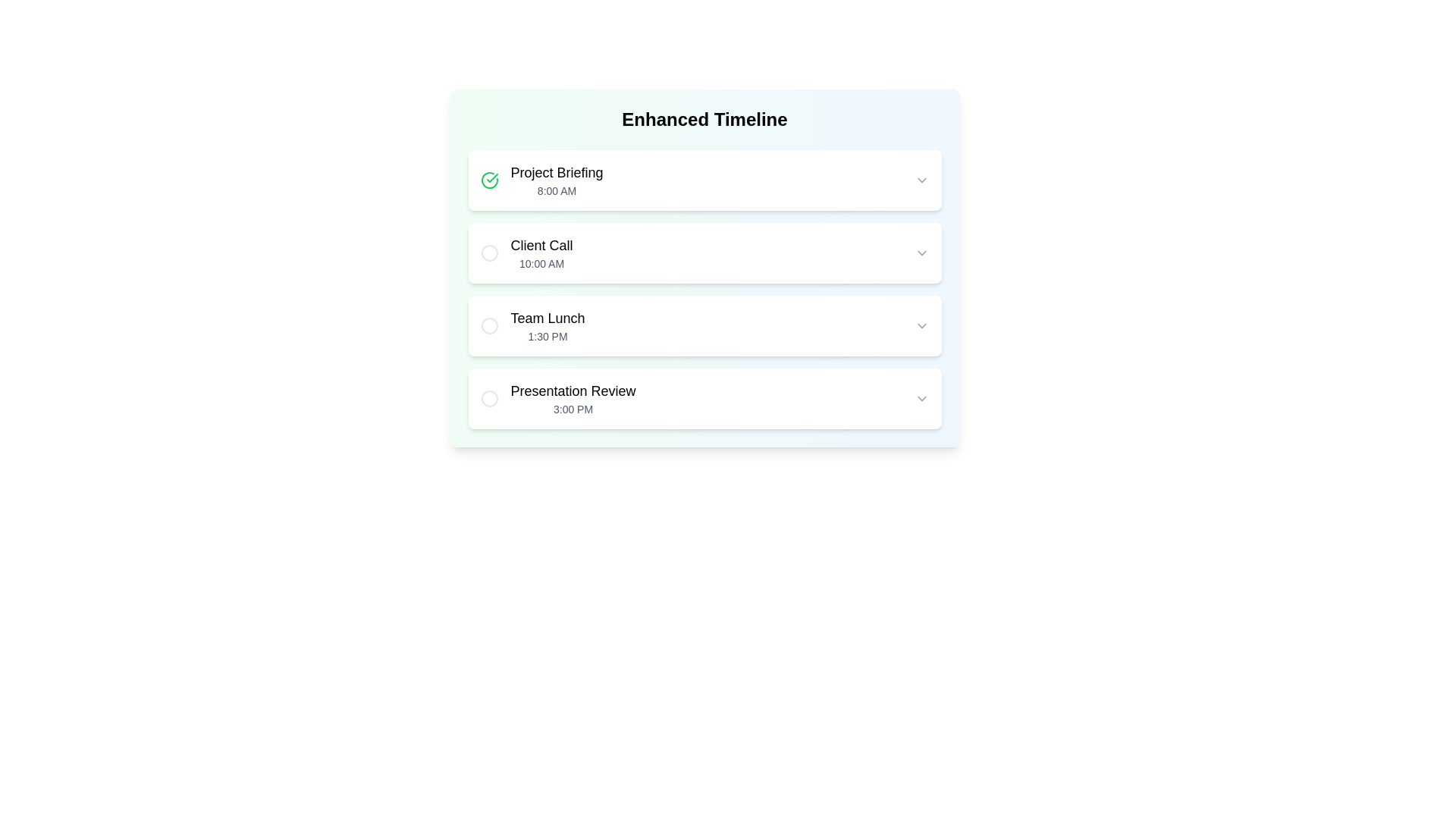 This screenshot has height=819, width=1456. What do you see at coordinates (704, 253) in the screenshot?
I see `the second row of the timeline labeled 'Client Call'` at bounding box center [704, 253].